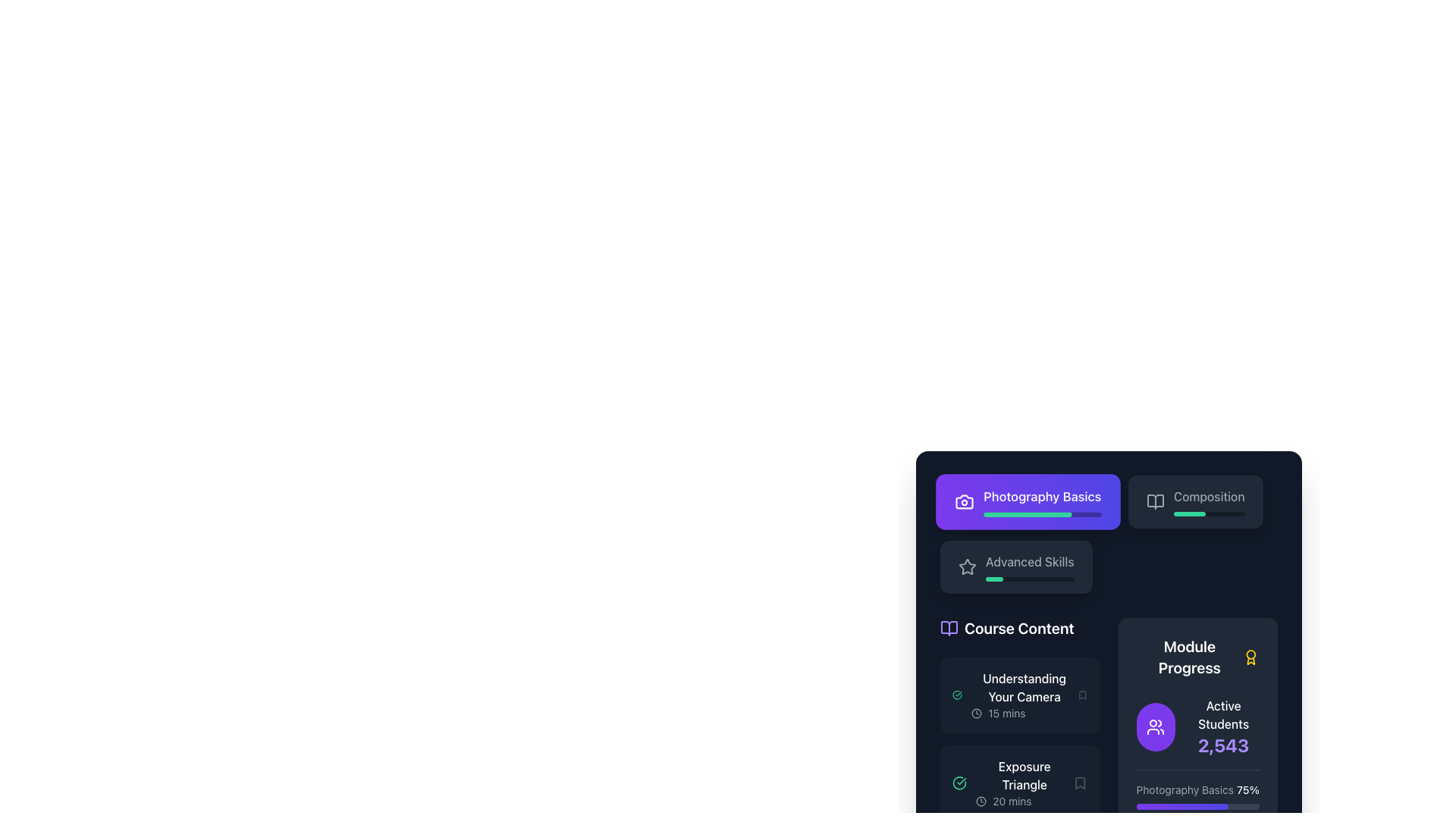 The width and height of the screenshot is (1456, 819). I want to click on the text element displaying the numerical count of active students located below the 'Active Students' label in the 'Module Progress' card, so click(1223, 745).